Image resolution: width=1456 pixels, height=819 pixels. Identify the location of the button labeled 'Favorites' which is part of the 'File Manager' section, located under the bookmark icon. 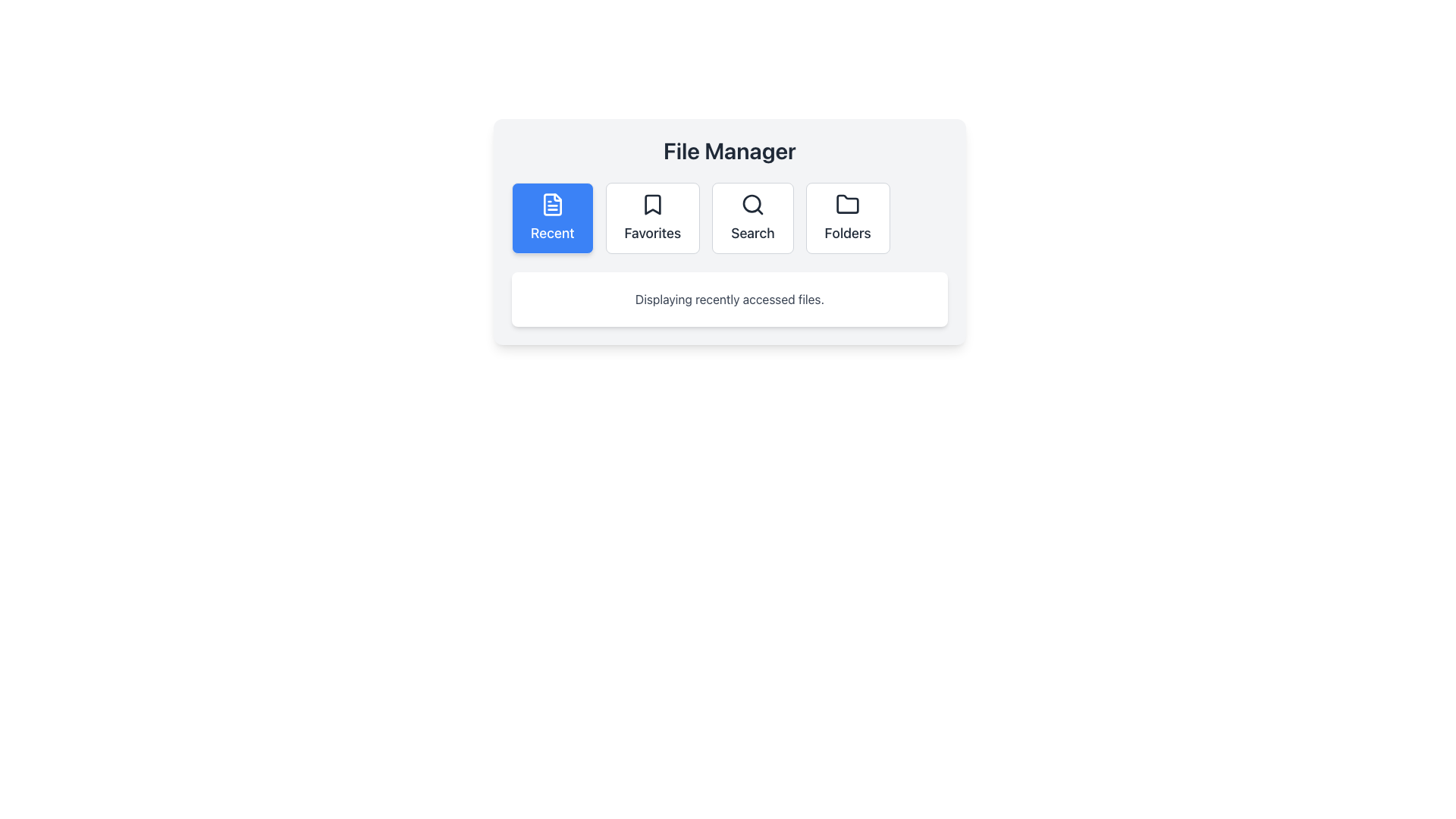
(652, 234).